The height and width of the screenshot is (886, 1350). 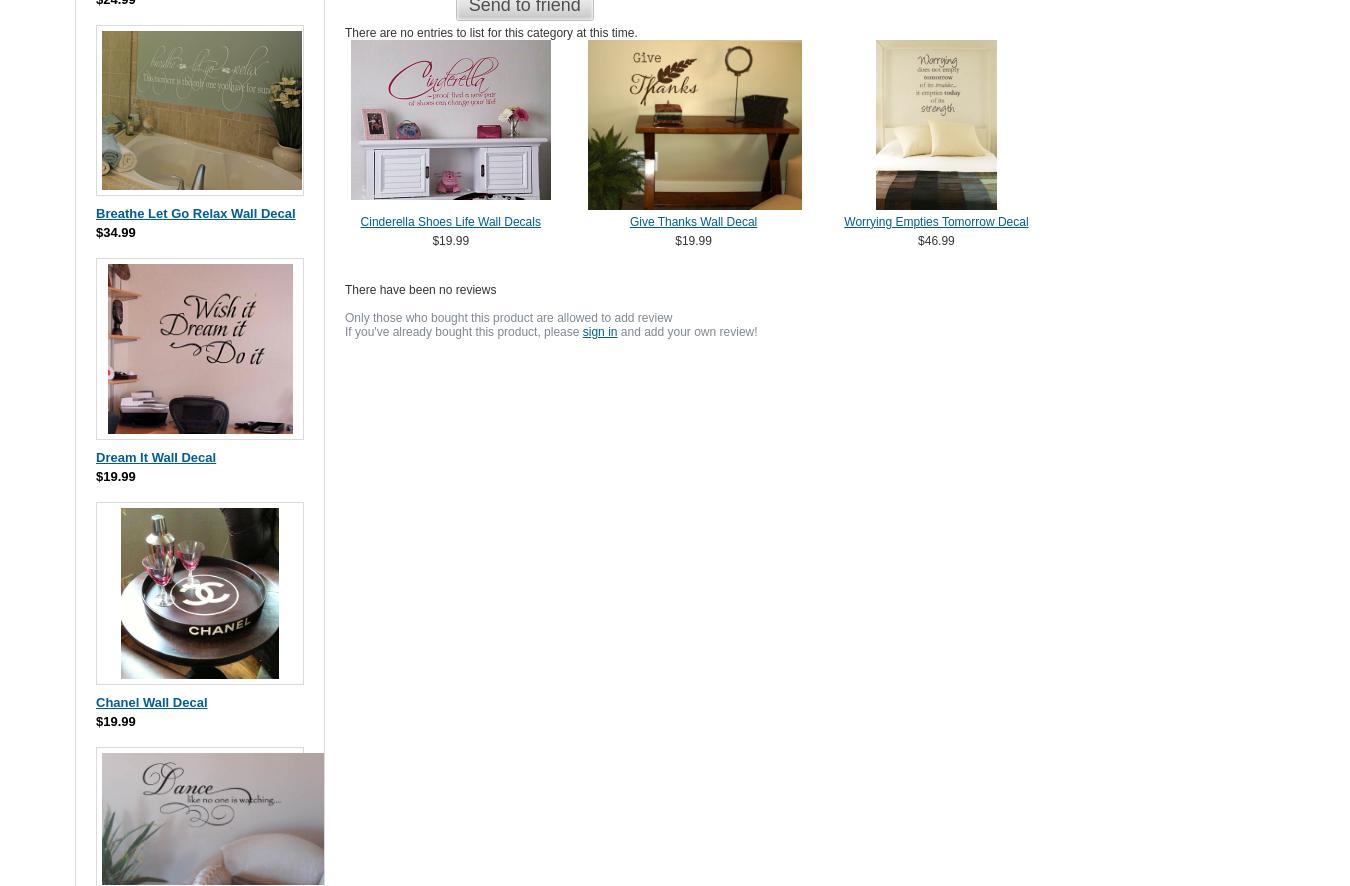 What do you see at coordinates (934, 239) in the screenshot?
I see `'$46.99'` at bounding box center [934, 239].